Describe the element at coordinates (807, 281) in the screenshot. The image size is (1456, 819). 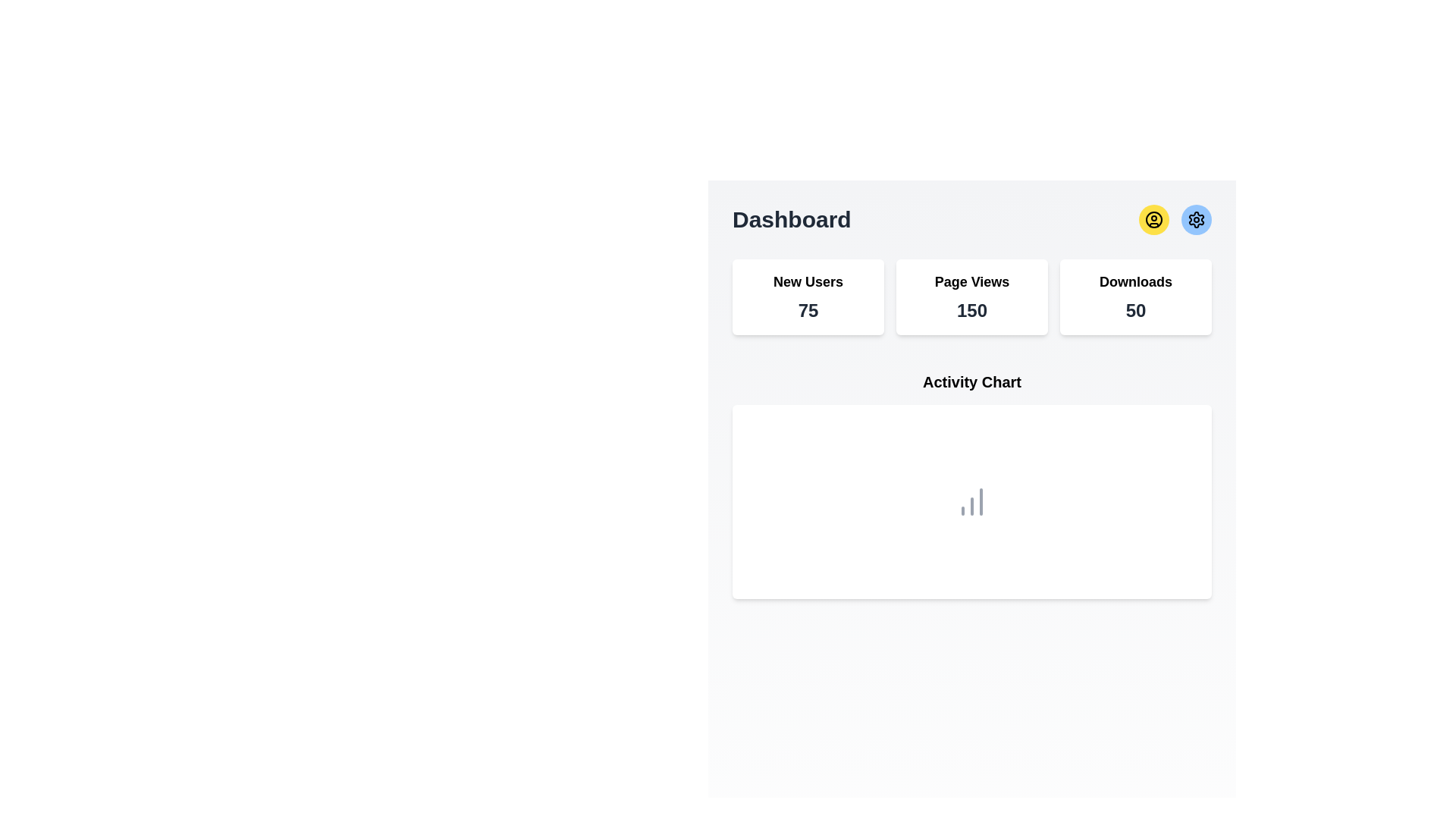
I see `the Text Label that describes the number of new users in the dashboard card, located at the top portion of the card` at that location.